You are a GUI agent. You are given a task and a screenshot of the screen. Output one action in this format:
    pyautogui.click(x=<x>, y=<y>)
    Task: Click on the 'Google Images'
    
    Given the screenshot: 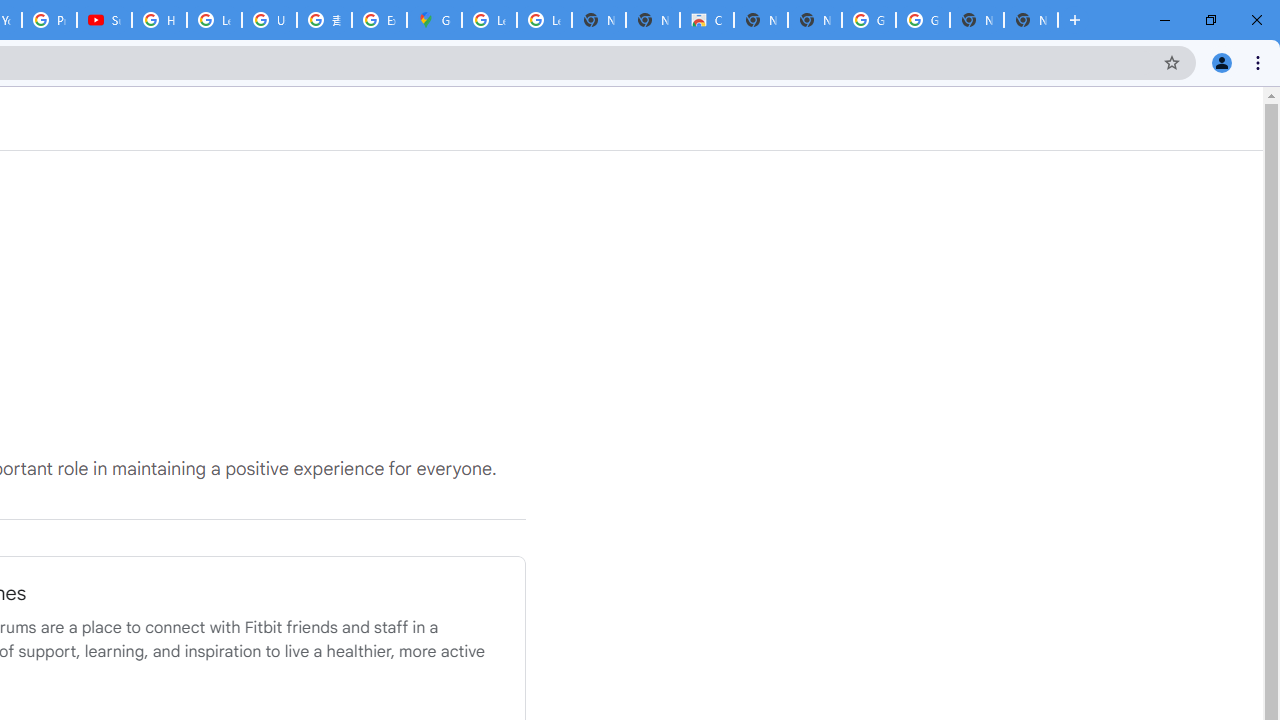 What is the action you would take?
    pyautogui.click(x=921, y=20)
    